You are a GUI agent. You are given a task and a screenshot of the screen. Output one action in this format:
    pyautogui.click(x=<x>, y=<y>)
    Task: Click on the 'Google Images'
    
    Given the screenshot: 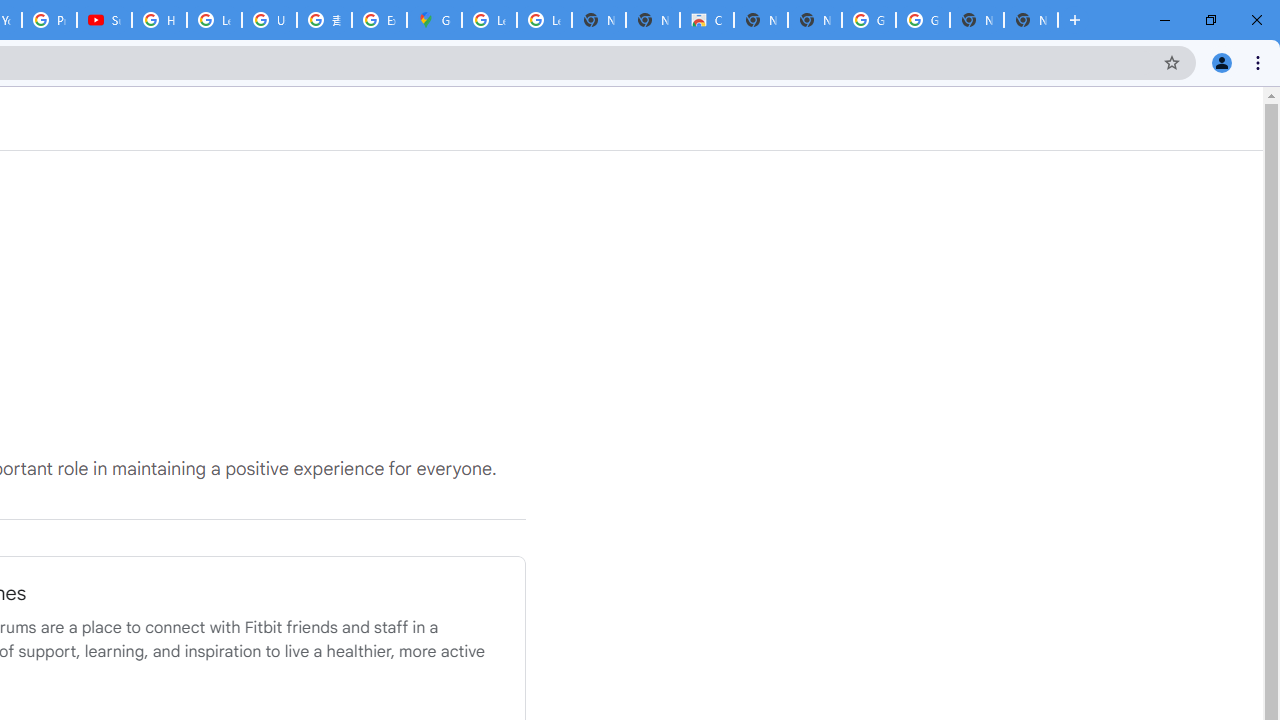 What is the action you would take?
    pyautogui.click(x=921, y=20)
    